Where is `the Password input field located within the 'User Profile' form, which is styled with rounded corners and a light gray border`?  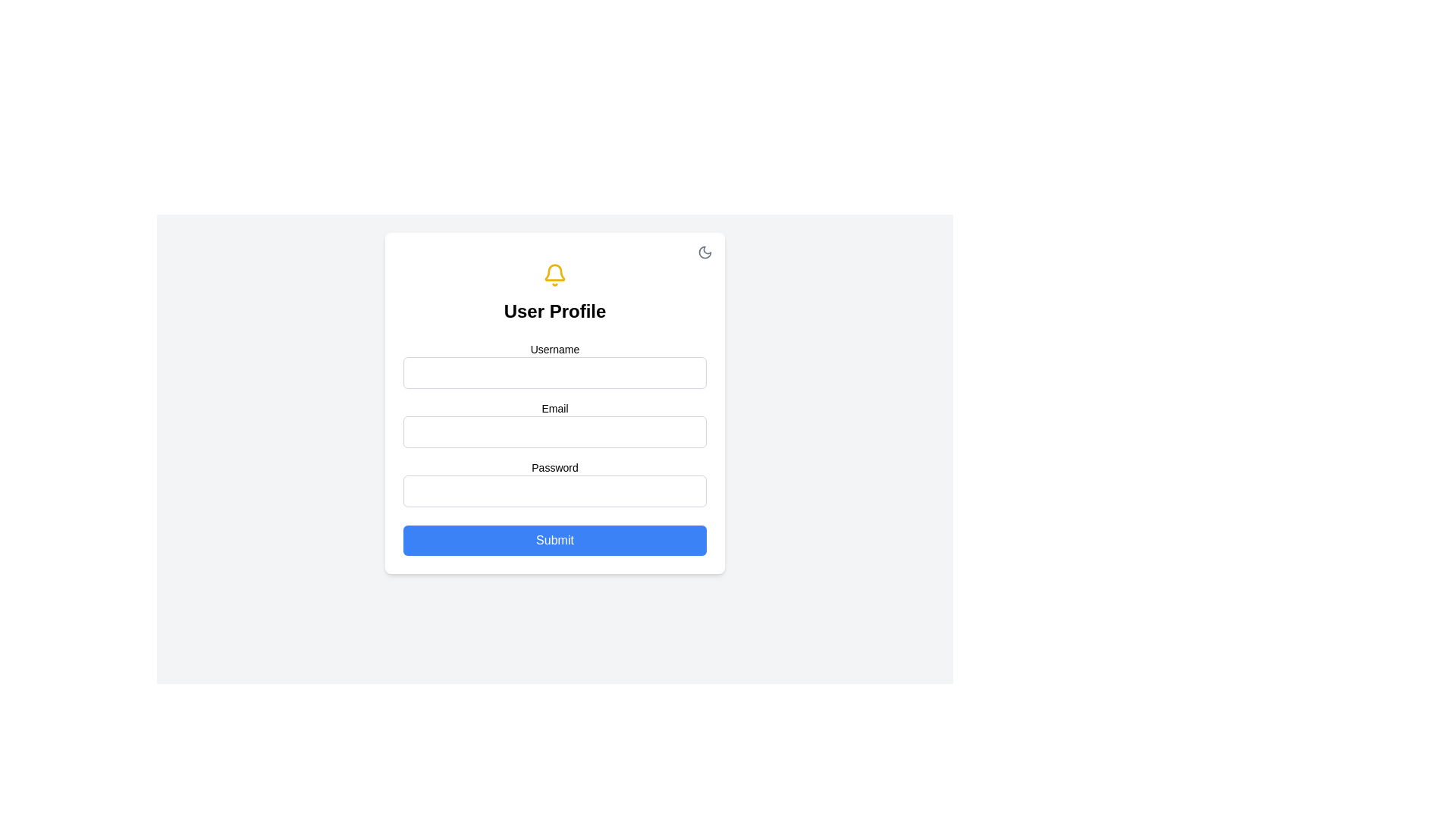
the Password input field located within the 'User Profile' form, which is styled with rounded corners and a light gray border is located at coordinates (554, 491).